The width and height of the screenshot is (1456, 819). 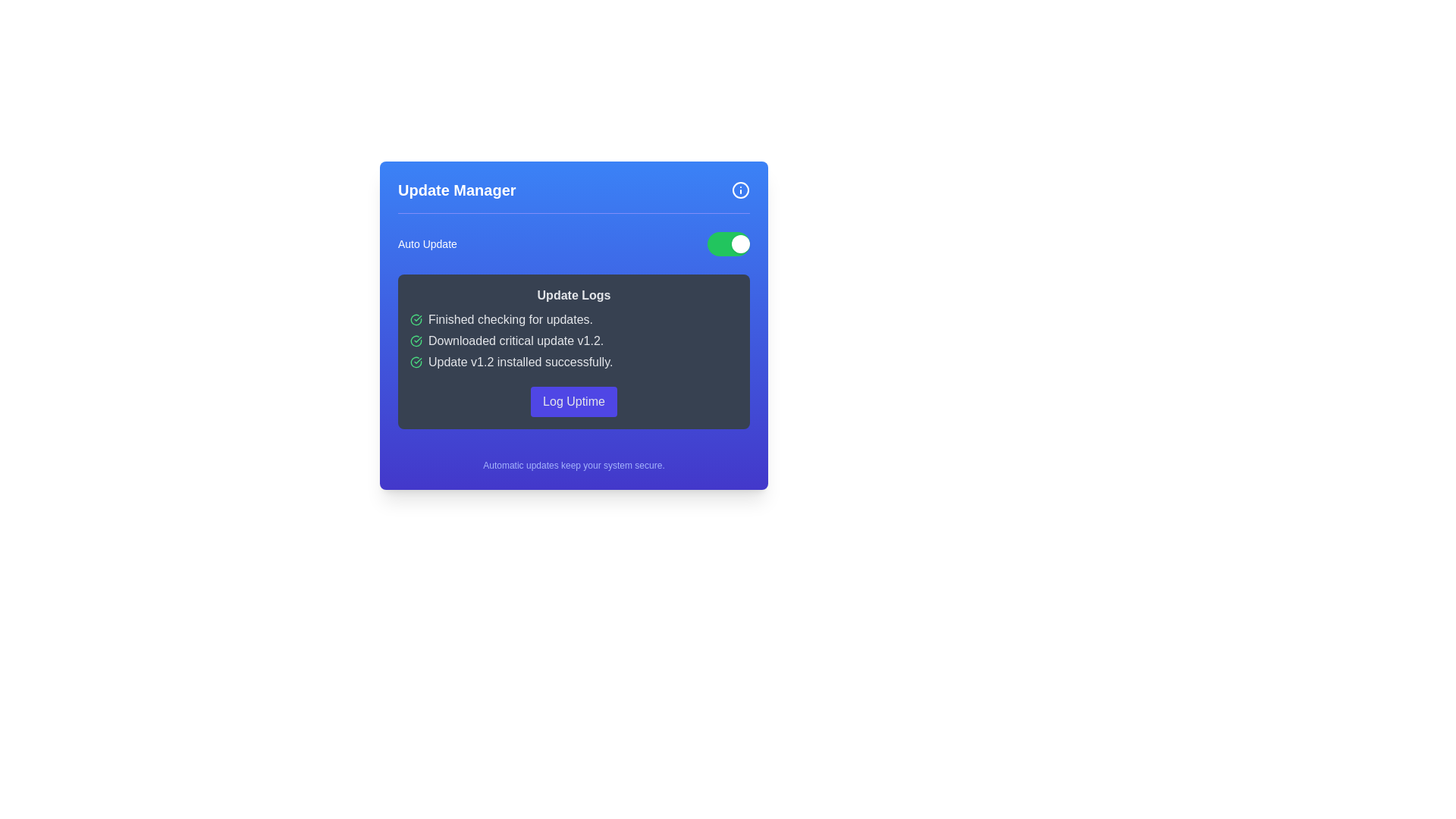 What do you see at coordinates (573, 243) in the screenshot?
I see `the toggle switch within the 'Update Manager' card to change its state for the auto-update functionality` at bounding box center [573, 243].